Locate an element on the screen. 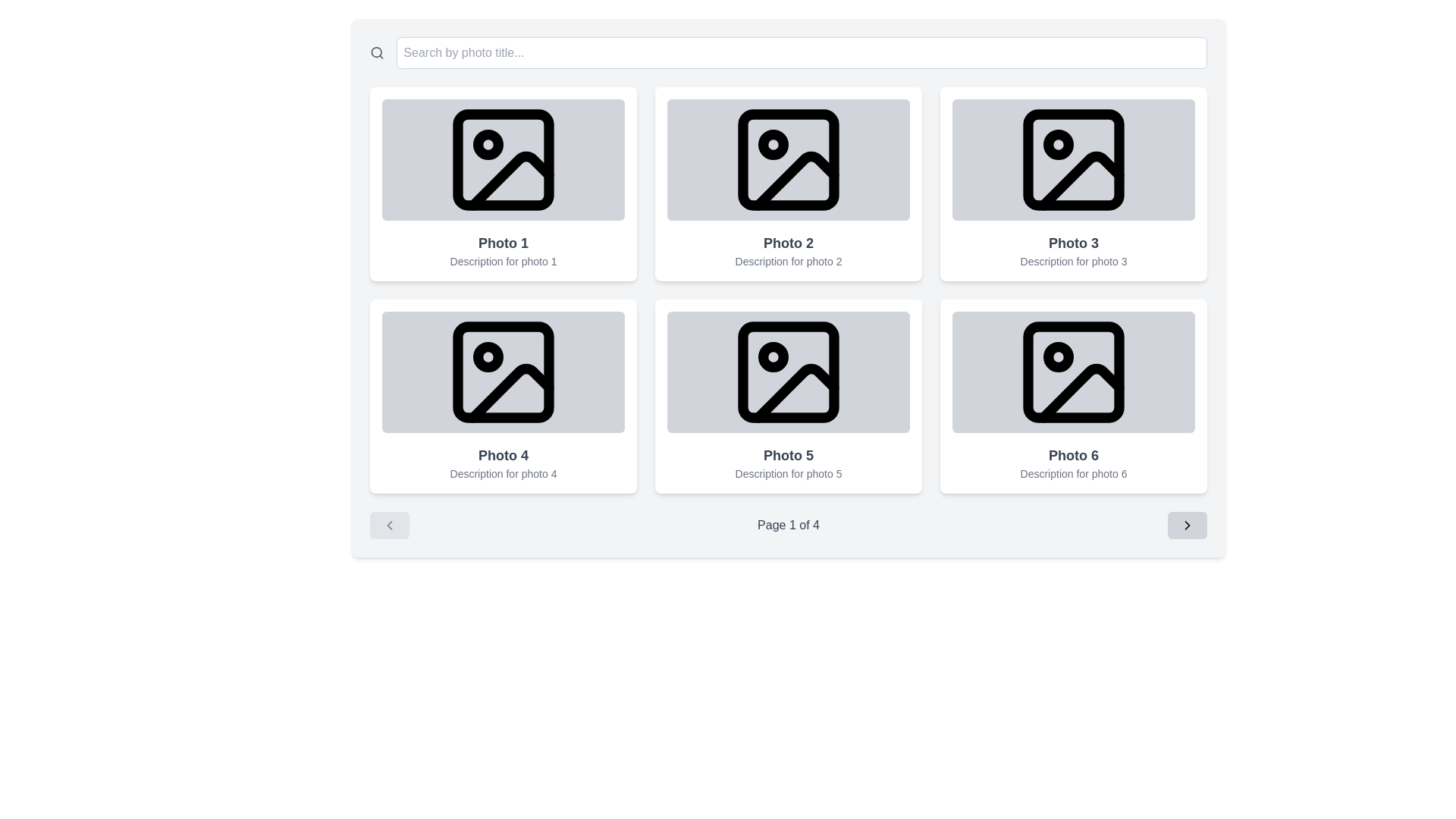  the details of the Card element titled 'Photo 5' which includes the title and description text located in the middle column of the second row of the grid layout is located at coordinates (789, 396).